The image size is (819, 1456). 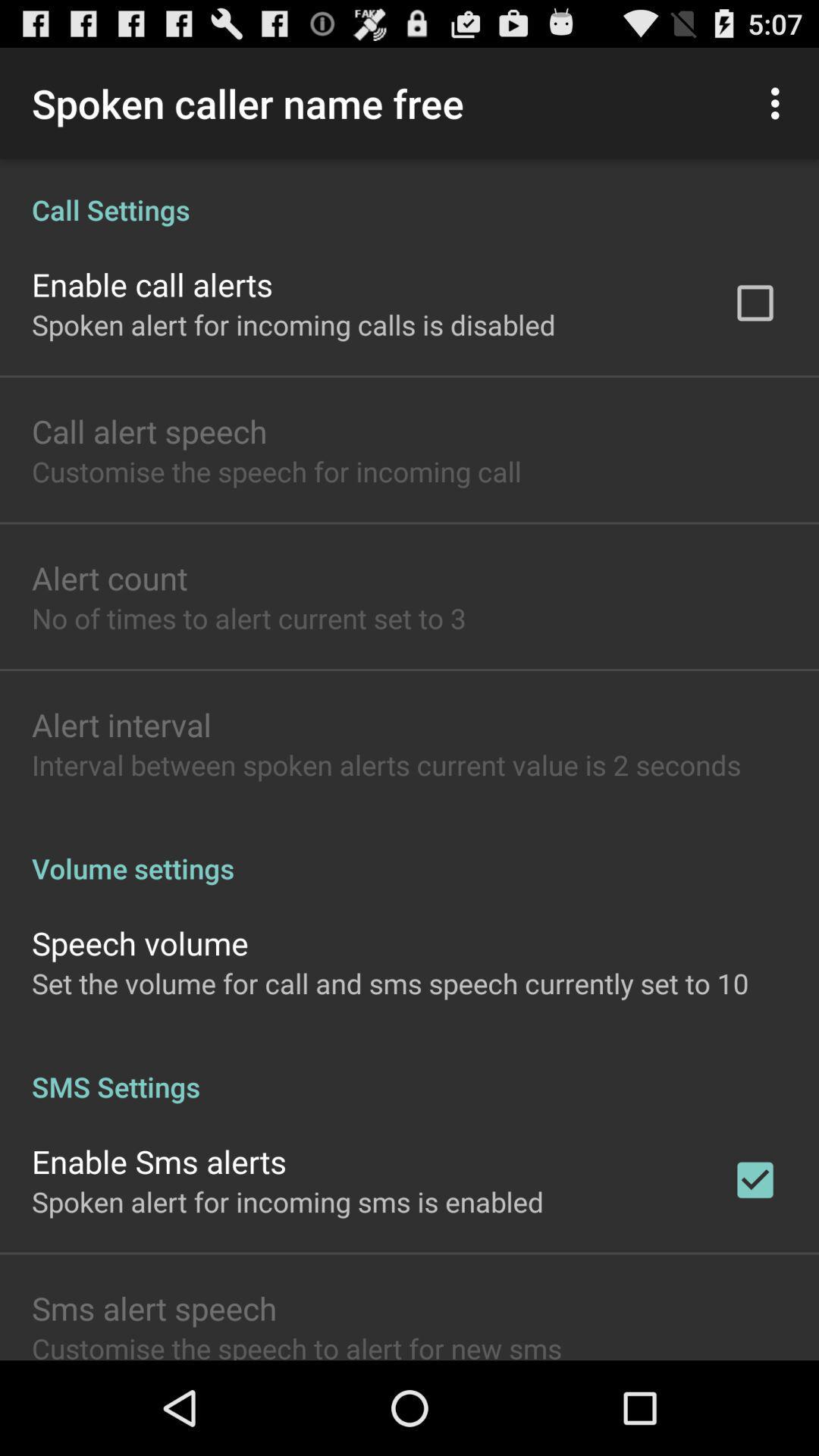 What do you see at coordinates (389, 983) in the screenshot?
I see `set the volume app` at bounding box center [389, 983].